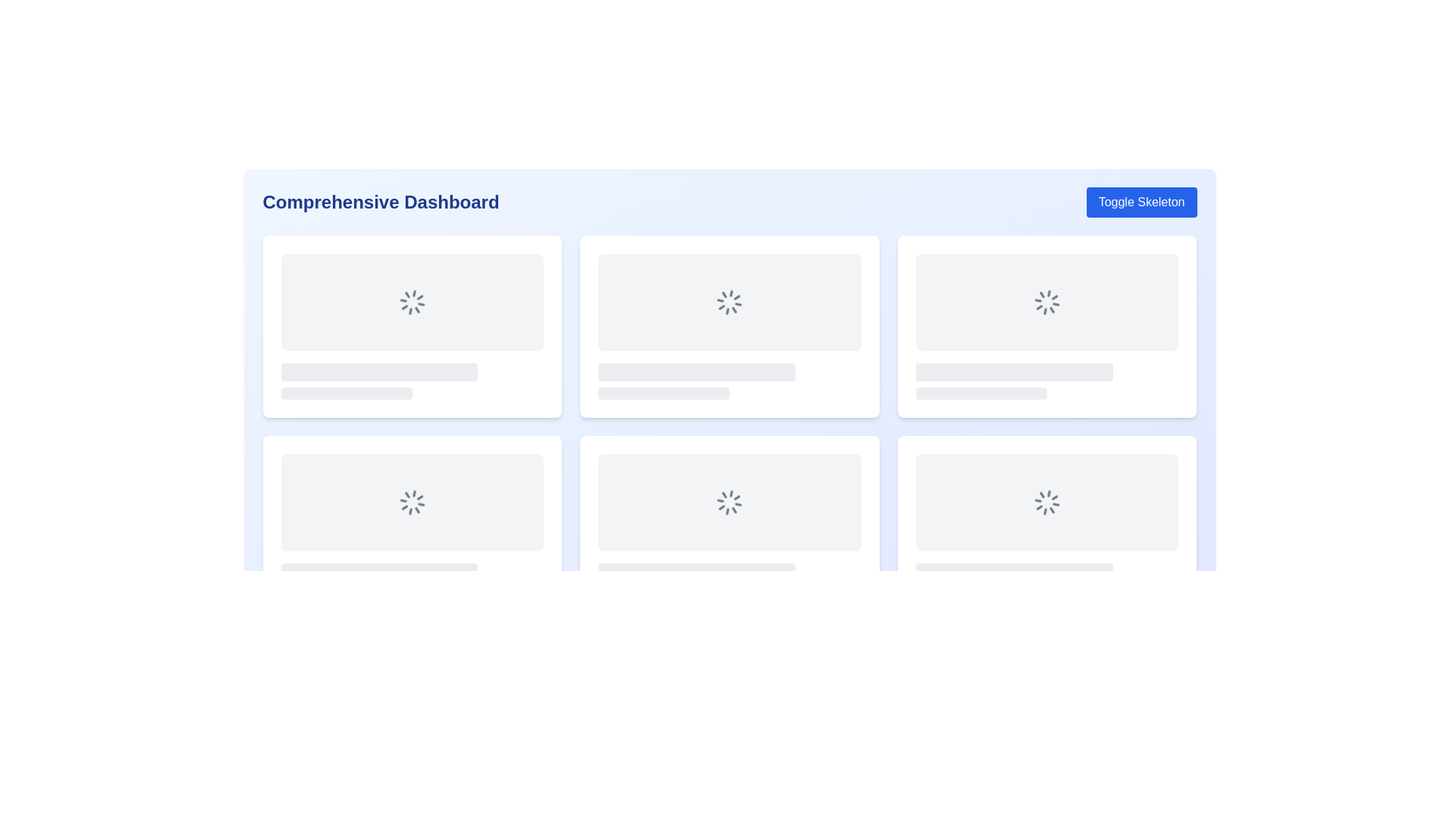 The width and height of the screenshot is (1456, 819). What do you see at coordinates (664, 593) in the screenshot?
I see `the Loading Placeholder Bar, which is a rectangular bar with a gray background and slightly rounded corners, located in the bottom-left card of a grid layout` at bounding box center [664, 593].